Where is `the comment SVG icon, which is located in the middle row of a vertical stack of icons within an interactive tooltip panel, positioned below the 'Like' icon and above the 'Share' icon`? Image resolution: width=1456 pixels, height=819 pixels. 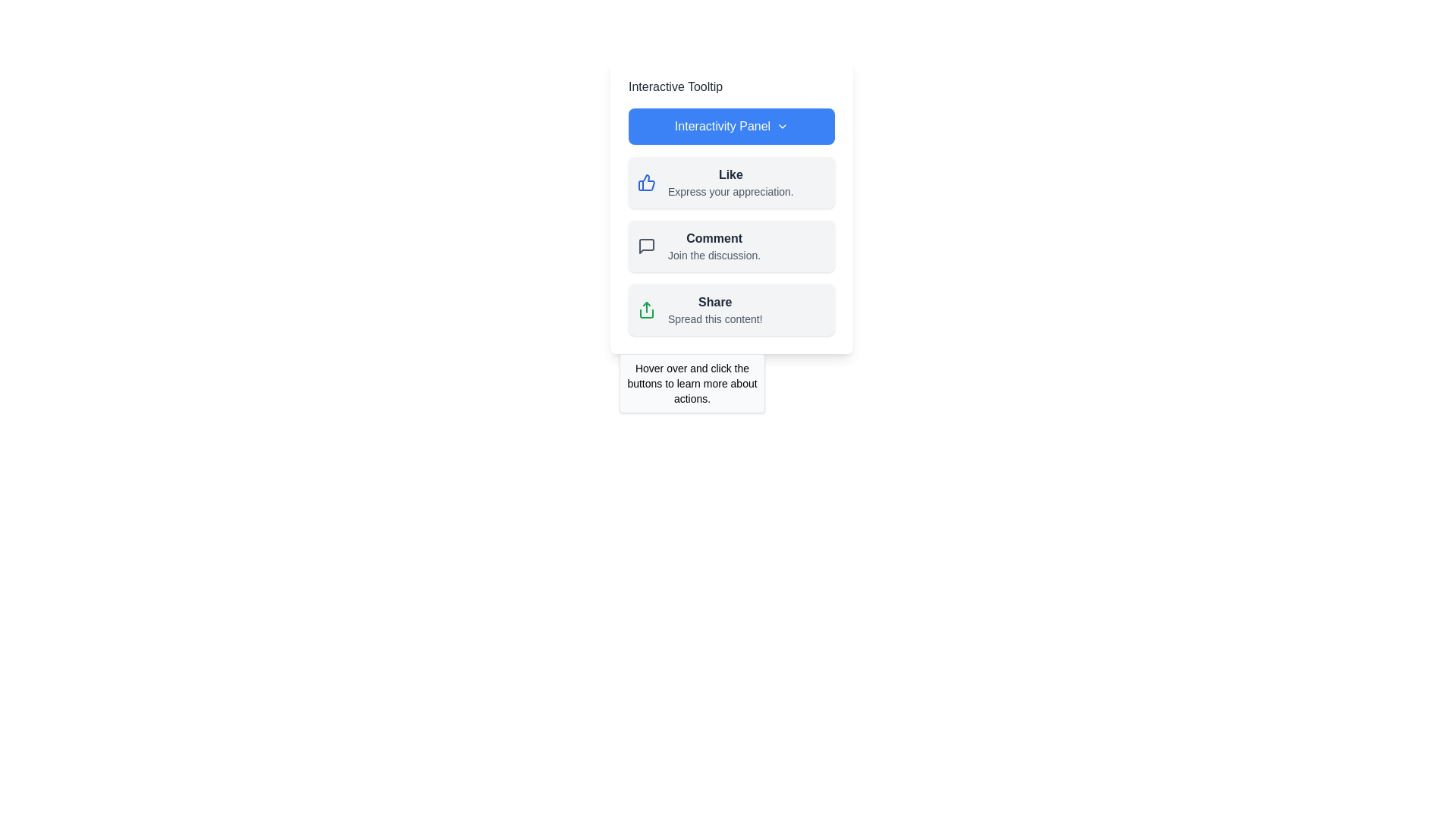
the comment SVG icon, which is located in the middle row of a vertical stack of icons within an interactive tooltip panel, positioned below the 'Like' icon and above the 'Share' icon is located at coordinates (647, 245).